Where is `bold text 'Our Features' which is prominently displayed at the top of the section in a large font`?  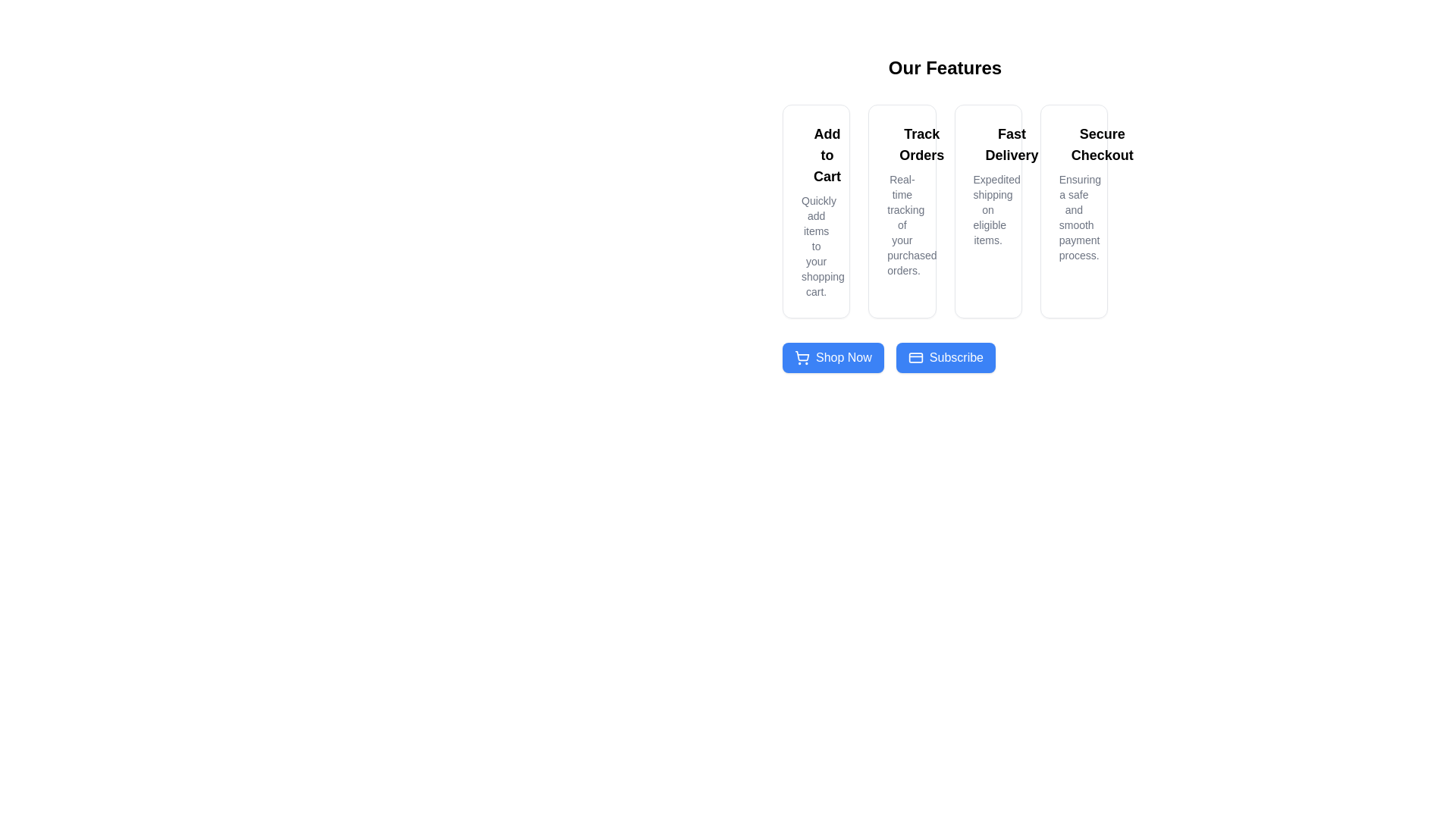 bold text 'Our Features' which is prominently displayed at the top of the section in a large font is located at coordinates (944, 67).